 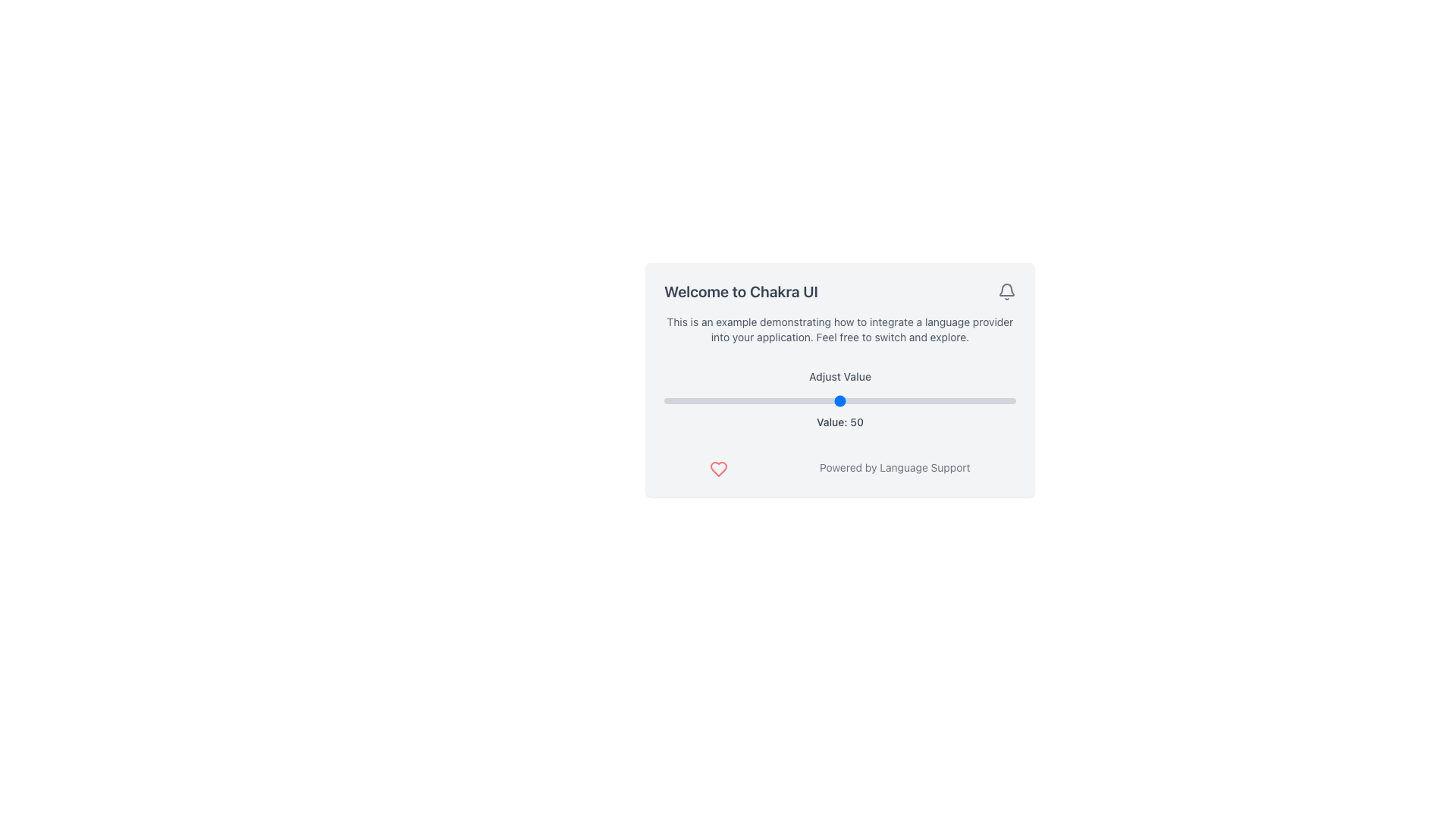 I want to click on the heart icon, which is outlined in red and positioned as the leftmost element in a horizontally-aligned group at the bottom of the main content card, so click(x=718, y=468).